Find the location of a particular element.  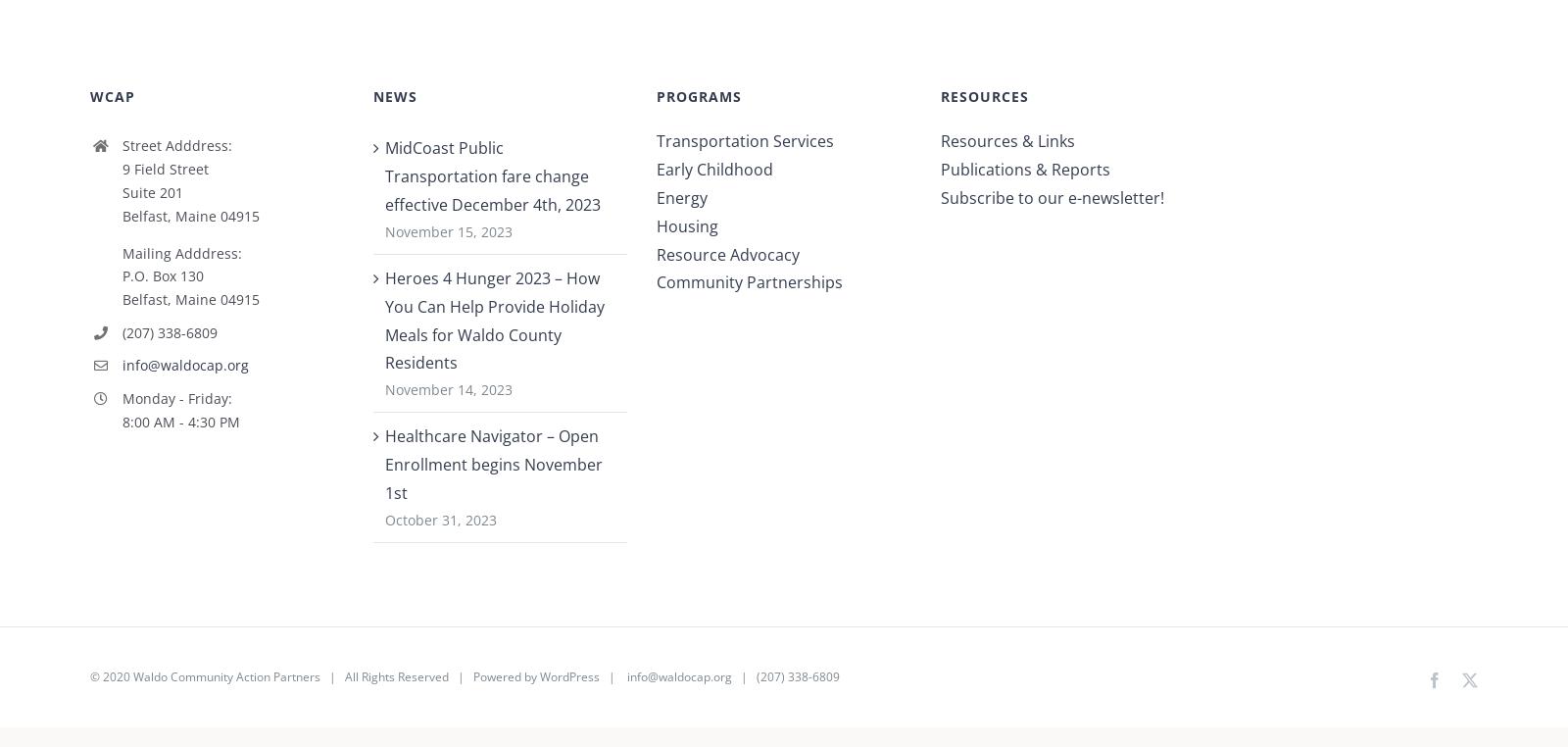

'Heroes 4 Hunger 2023 – How You Can Help Provide Holiday Meals for Waldo County Residents' is located at coordinates (493, 327).